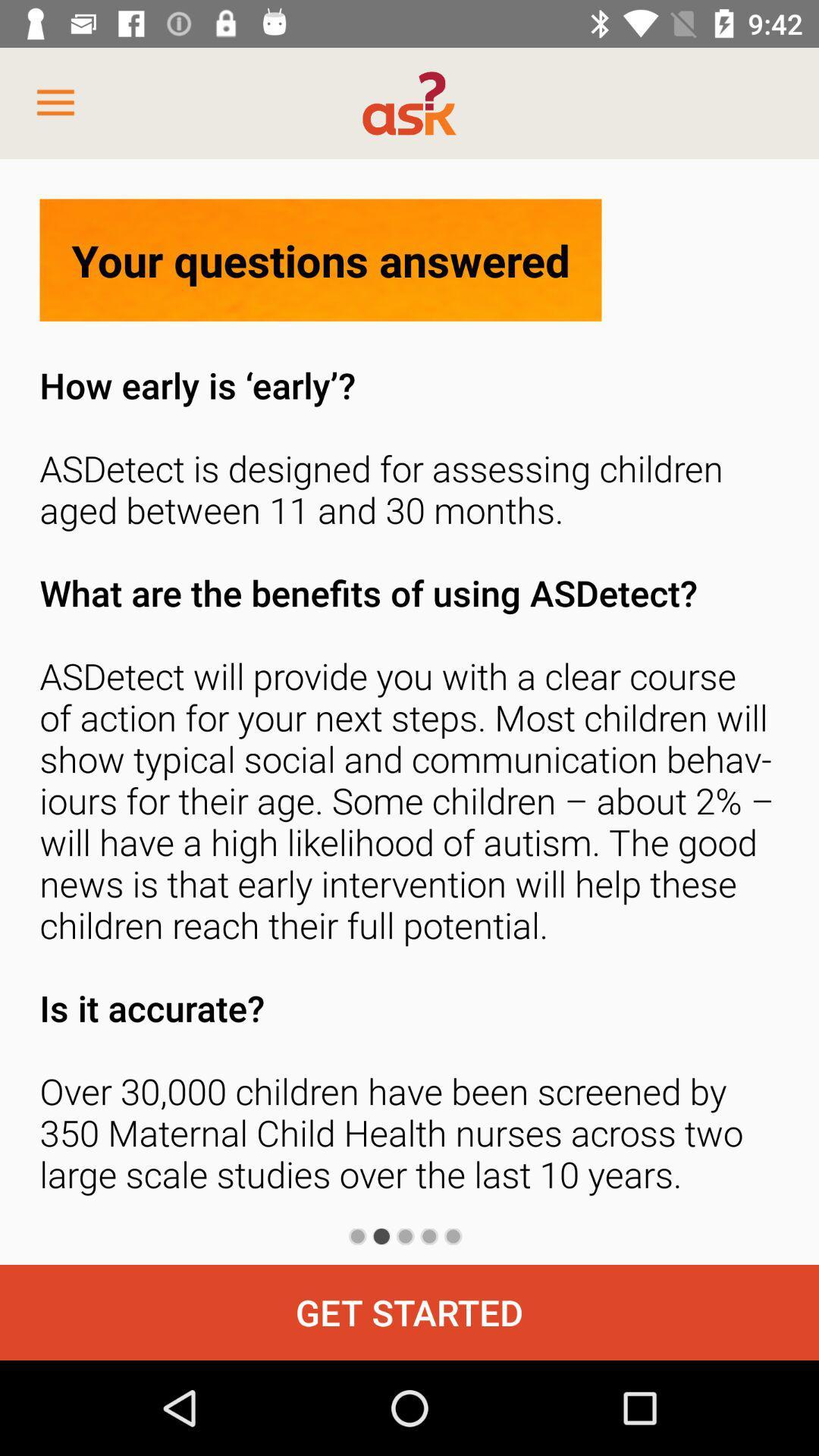  Describe the element at coordinates (55, 102) in the screenshot. I see `item at the top left corner` at that location.